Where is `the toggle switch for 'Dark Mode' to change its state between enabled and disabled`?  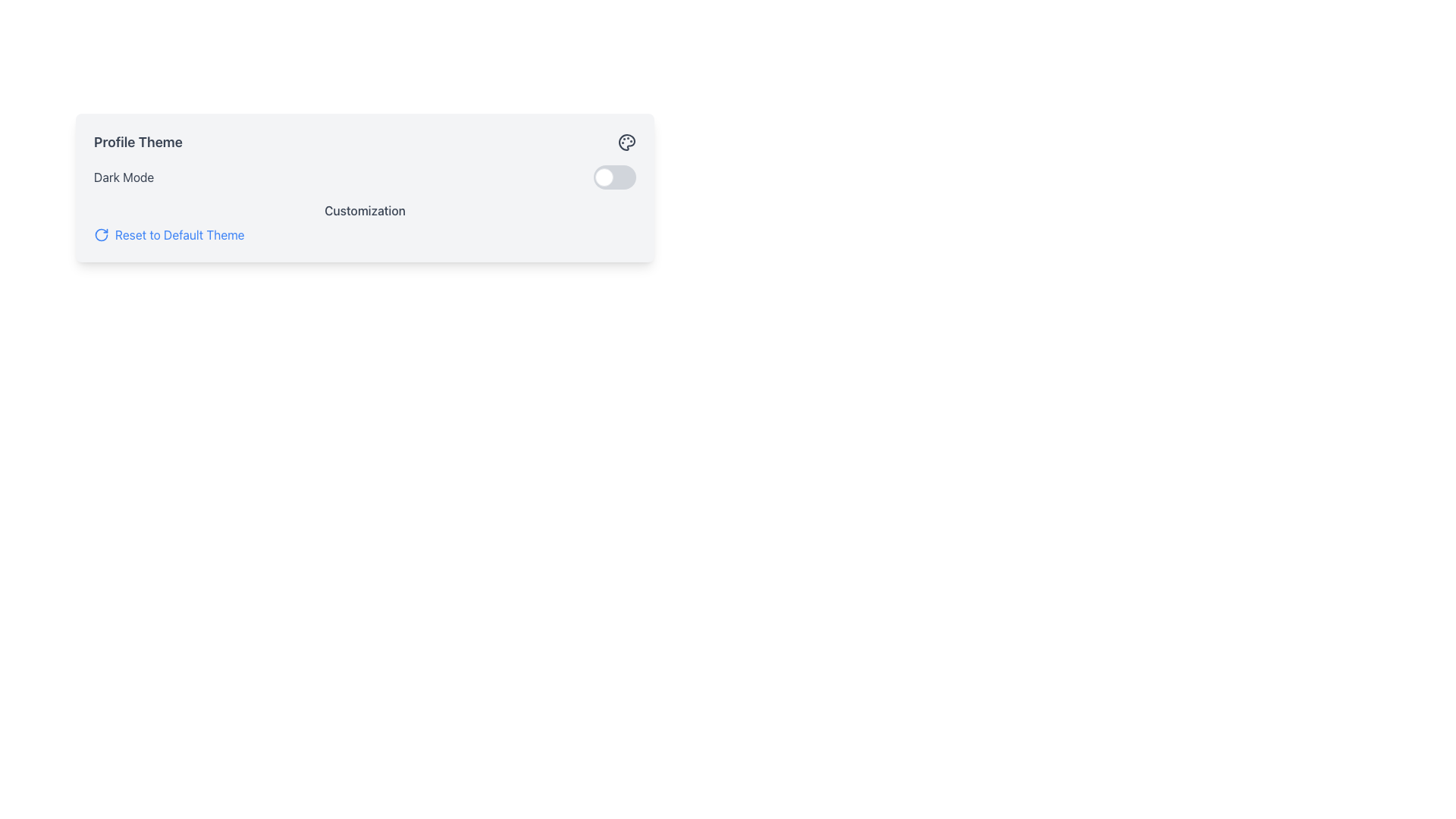 the toggle switch for 'Dark Mode' to change its state between enabled and disabled is located at coordinates (615, 177).